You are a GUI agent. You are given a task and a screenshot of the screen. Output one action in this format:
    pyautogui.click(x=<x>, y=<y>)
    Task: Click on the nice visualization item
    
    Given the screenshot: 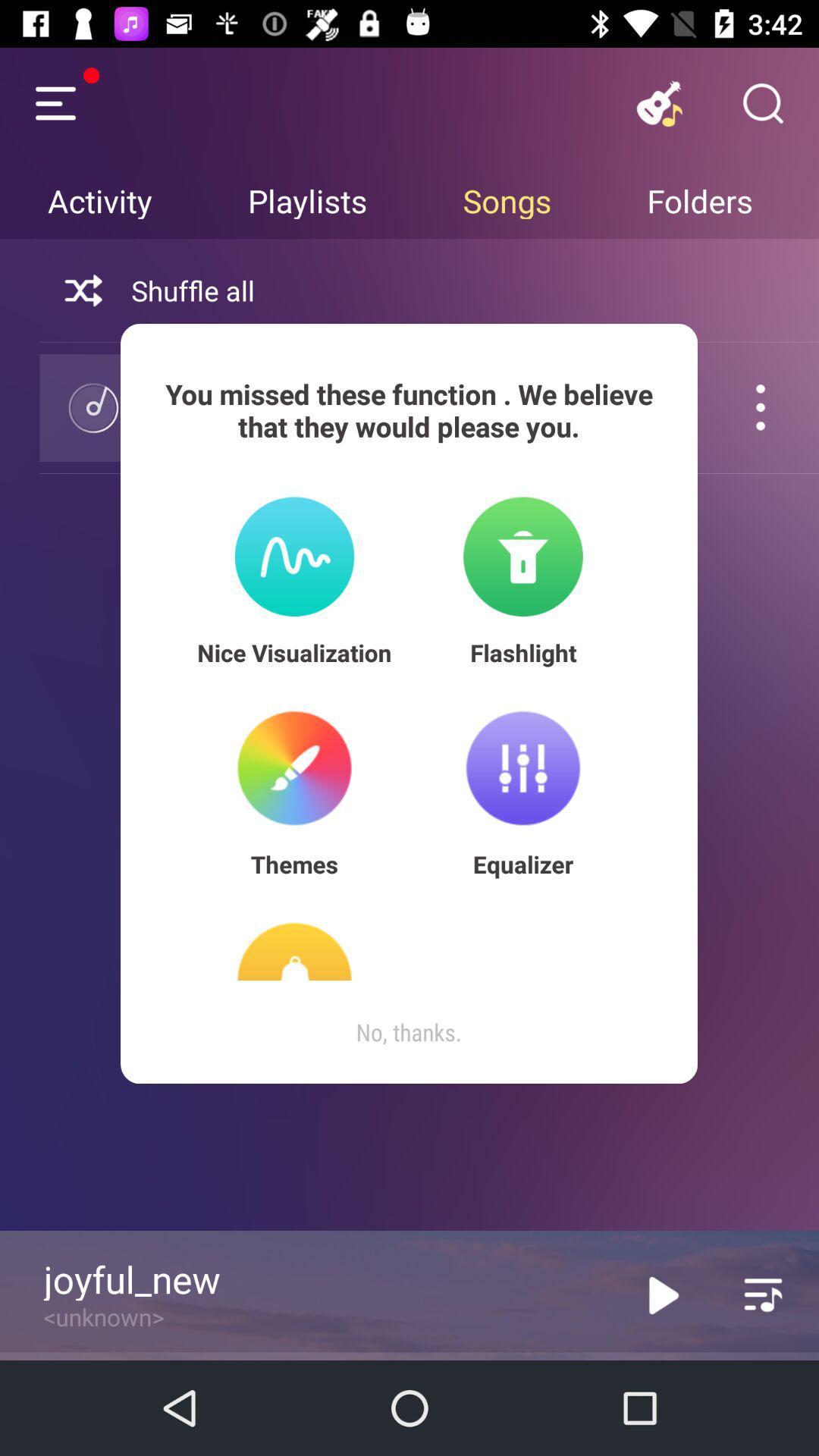 What is the action you would take?
    pyautogui.click(x=294, y=652)
    